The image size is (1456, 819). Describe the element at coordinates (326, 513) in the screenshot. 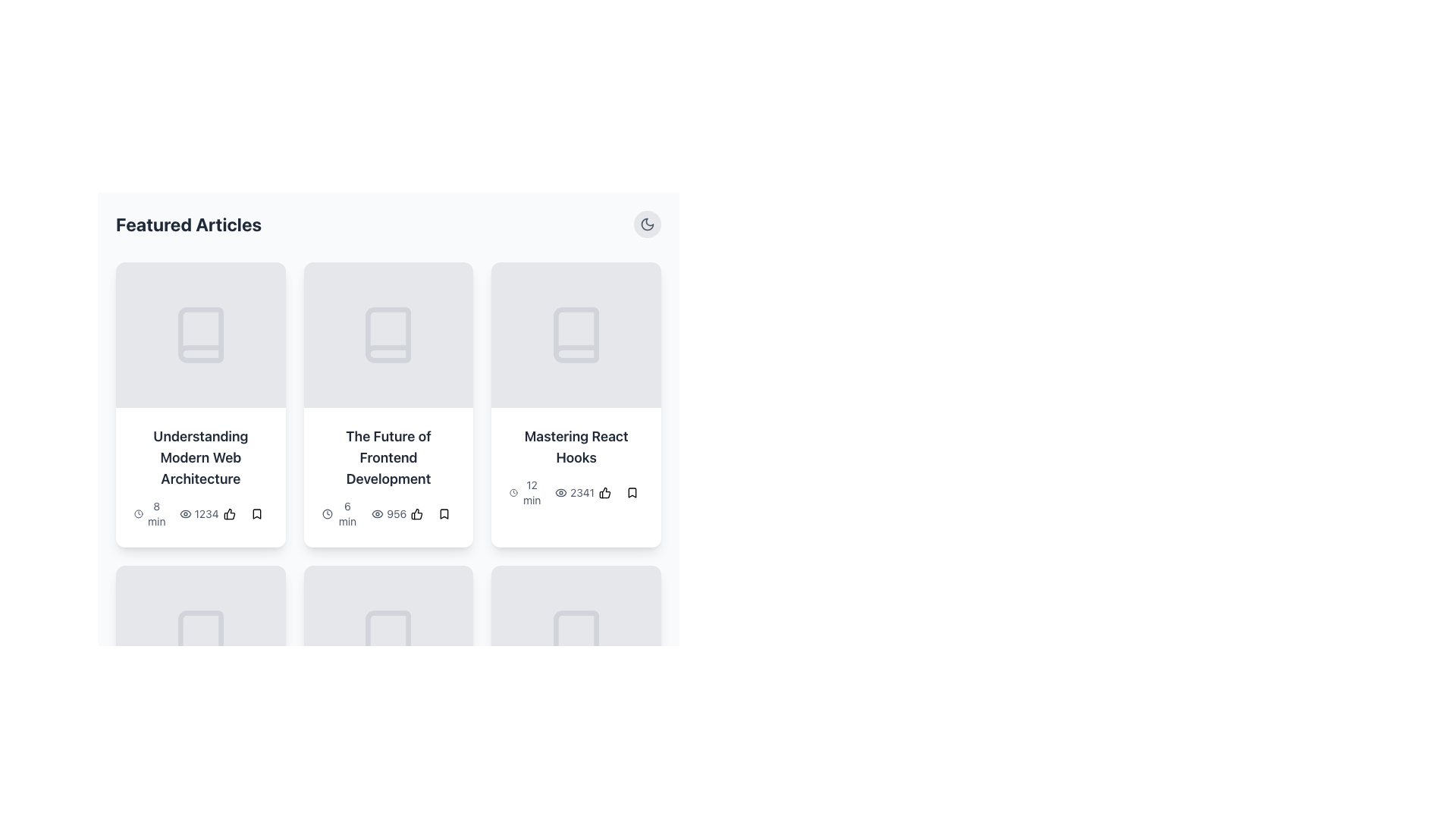

I see `the clock icon that is positioned to the left of the text '6 min' within the card titled 'The Future of Frontend Development.'` at that location.